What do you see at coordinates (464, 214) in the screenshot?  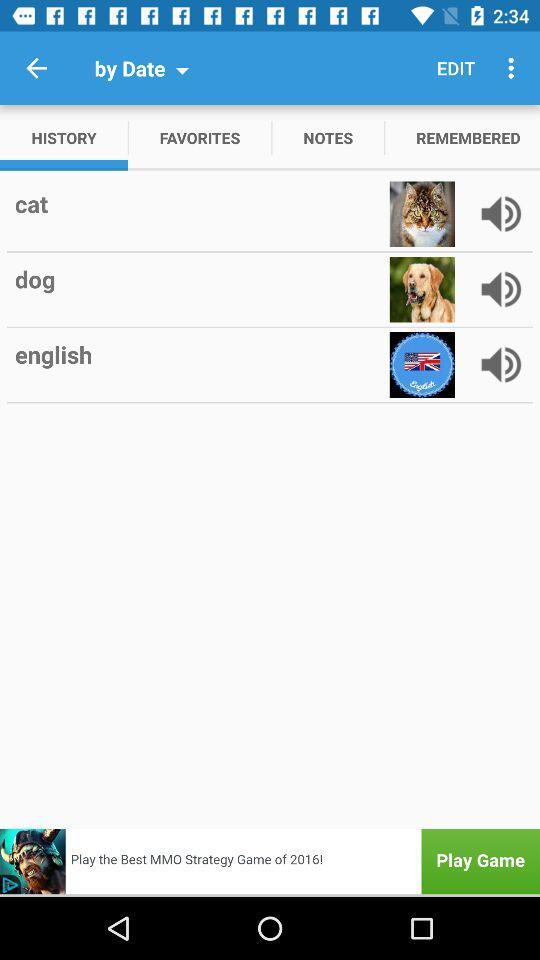 I see `item below the remembered` at bounding box center [464, 214].